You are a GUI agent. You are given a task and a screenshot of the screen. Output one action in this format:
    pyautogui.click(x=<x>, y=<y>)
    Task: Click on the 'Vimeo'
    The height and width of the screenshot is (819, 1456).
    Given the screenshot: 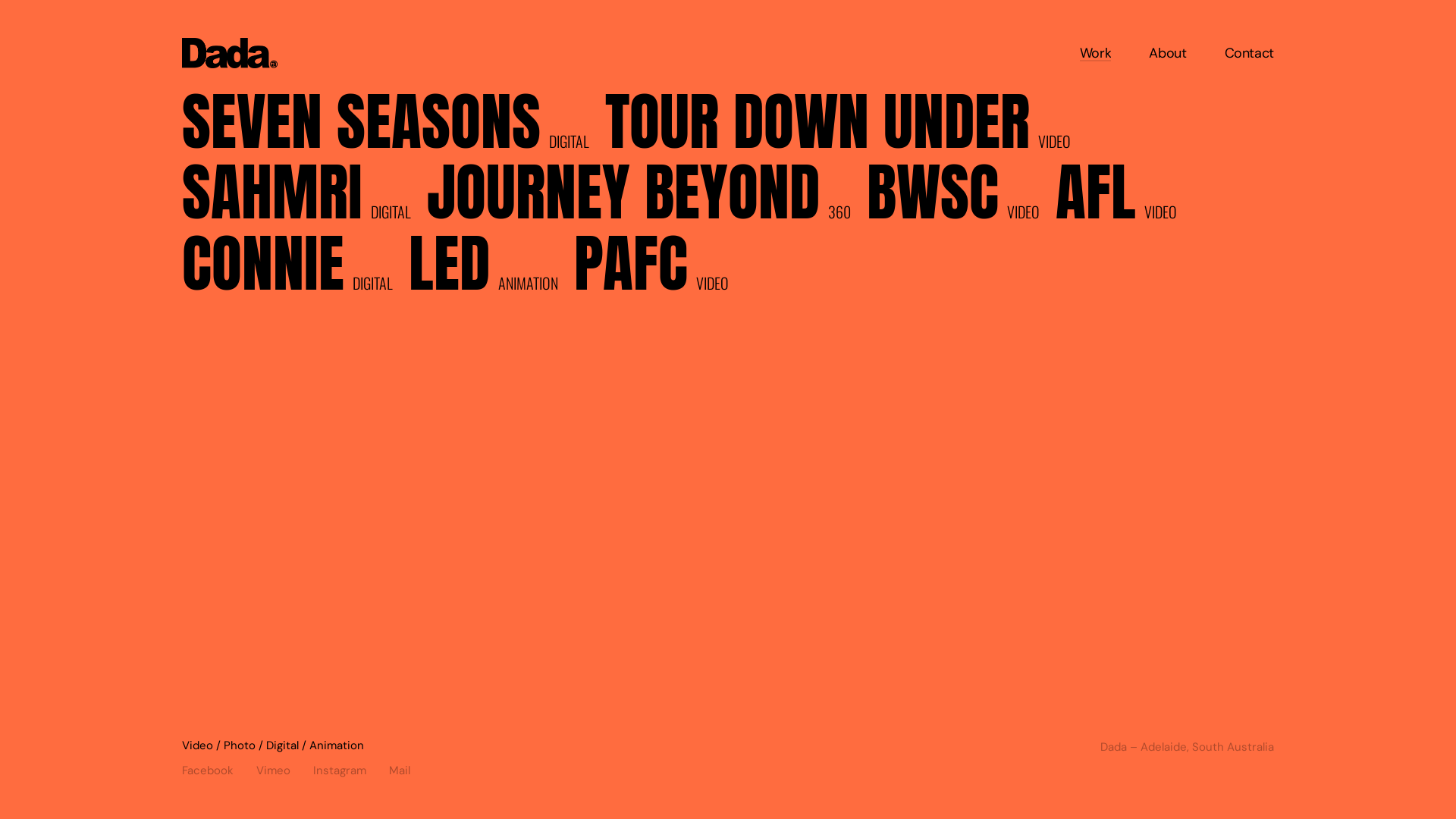 What is the action you would take?
    pyautogui.click(x=284, y=767)
    